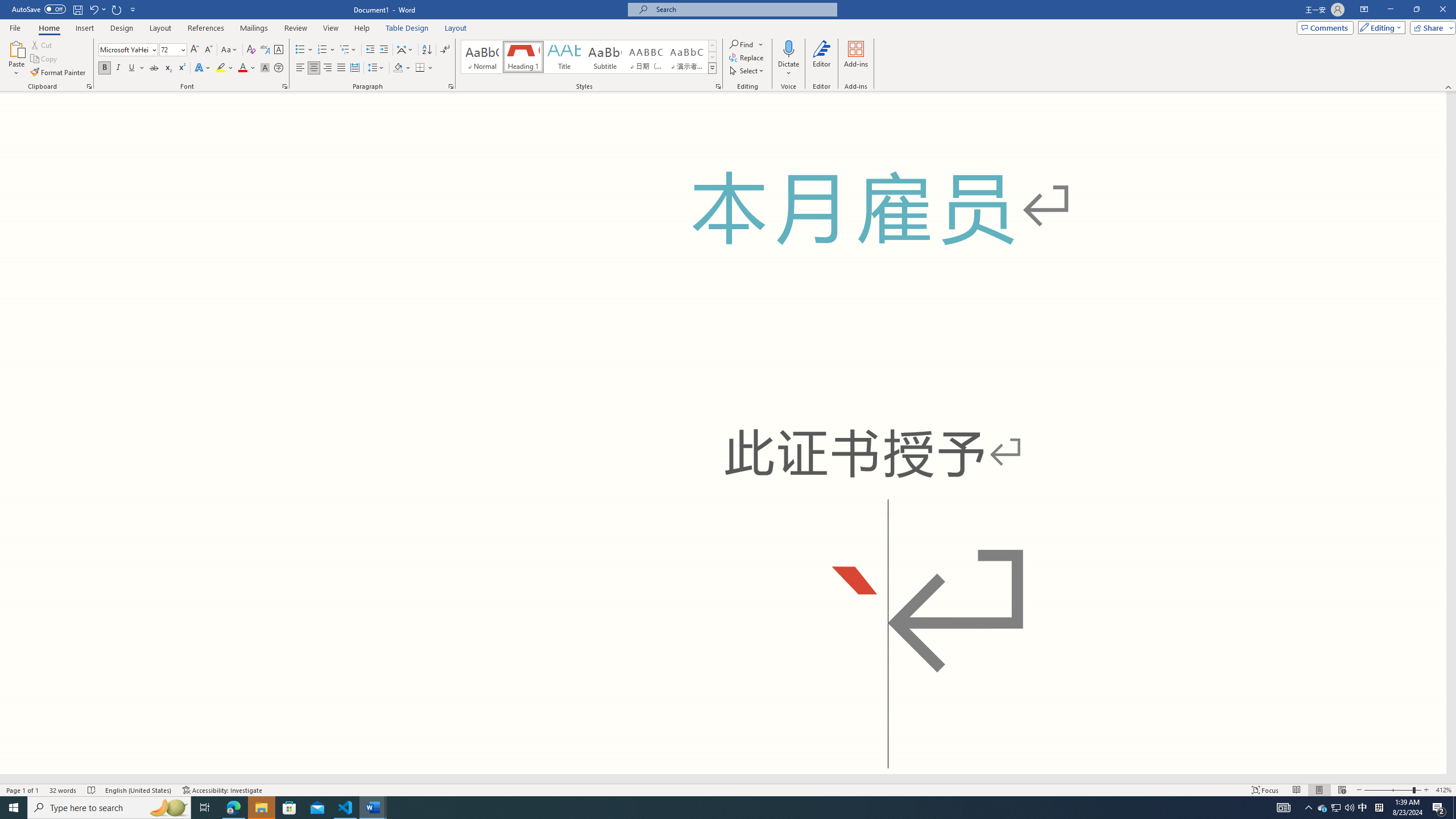  What do you see at coordinates (522, 56) in the screenshot?
I see `'Heading 1'` at bounding box center [522, 56].